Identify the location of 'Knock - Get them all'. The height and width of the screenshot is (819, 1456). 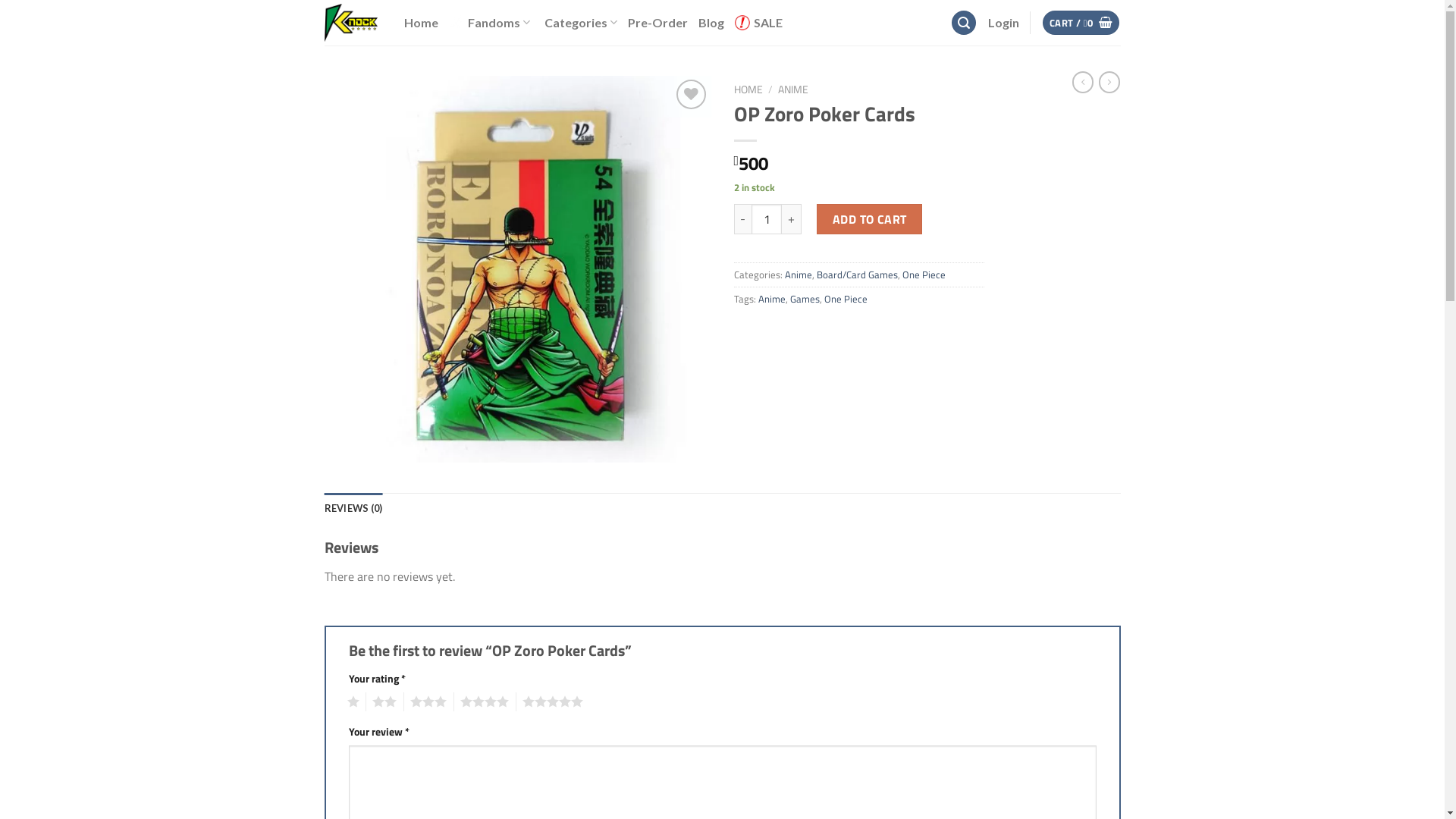
(352, 23).